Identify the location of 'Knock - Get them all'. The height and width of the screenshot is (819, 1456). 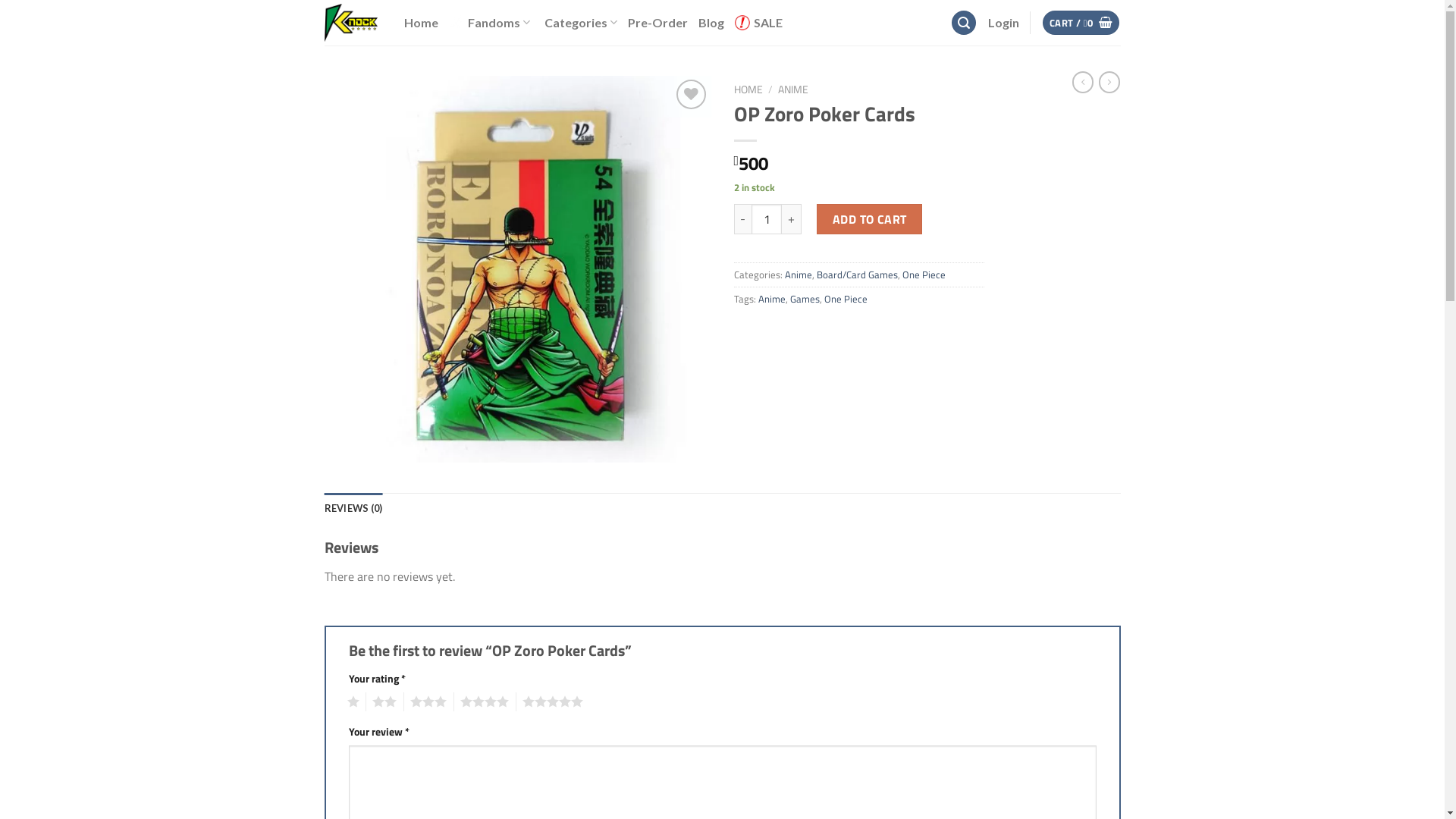
(352, 23).